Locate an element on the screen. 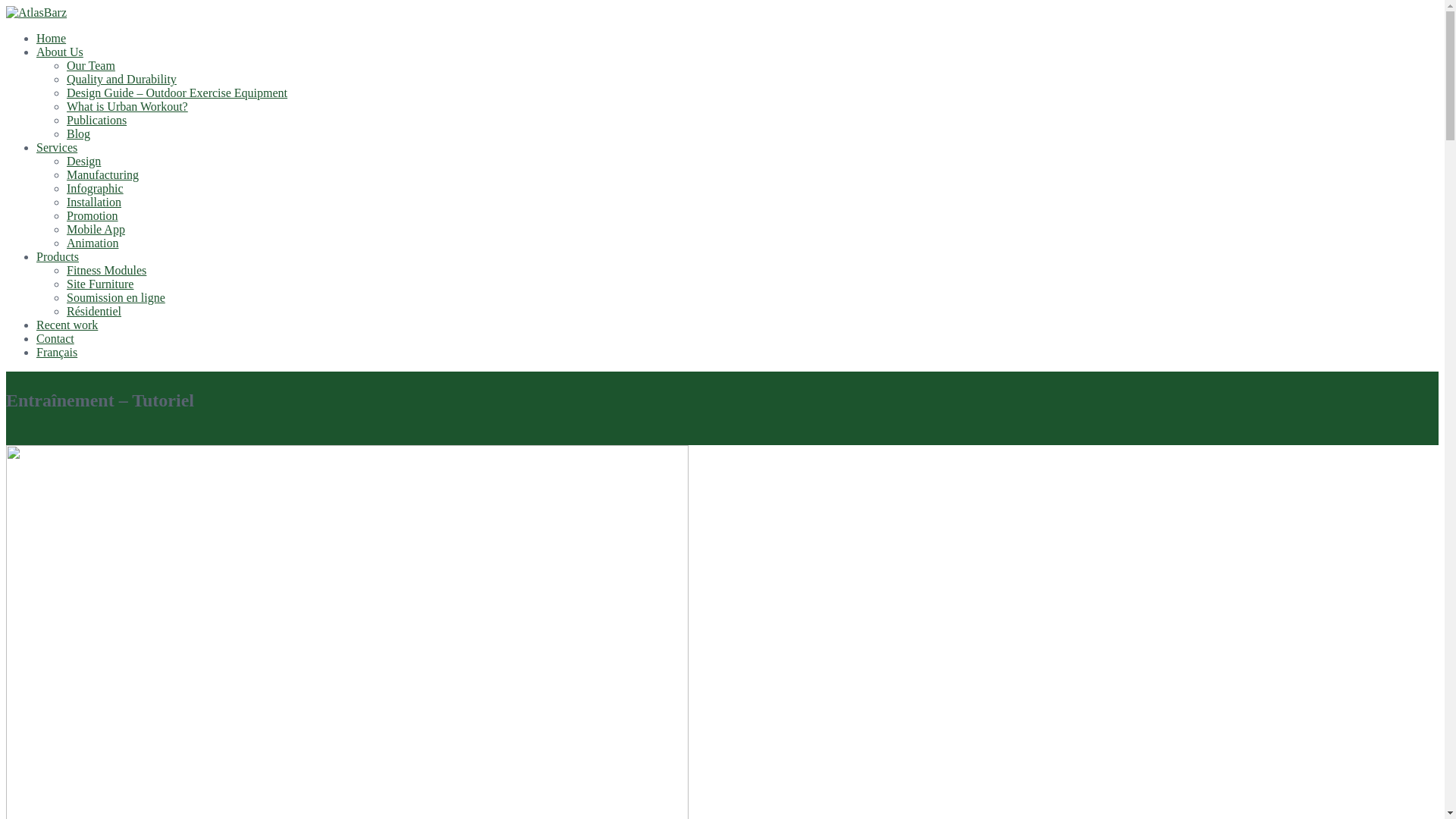 This screenshot has height=819, width=1456. 'Mobile App' is located at coordinates (65, 229).